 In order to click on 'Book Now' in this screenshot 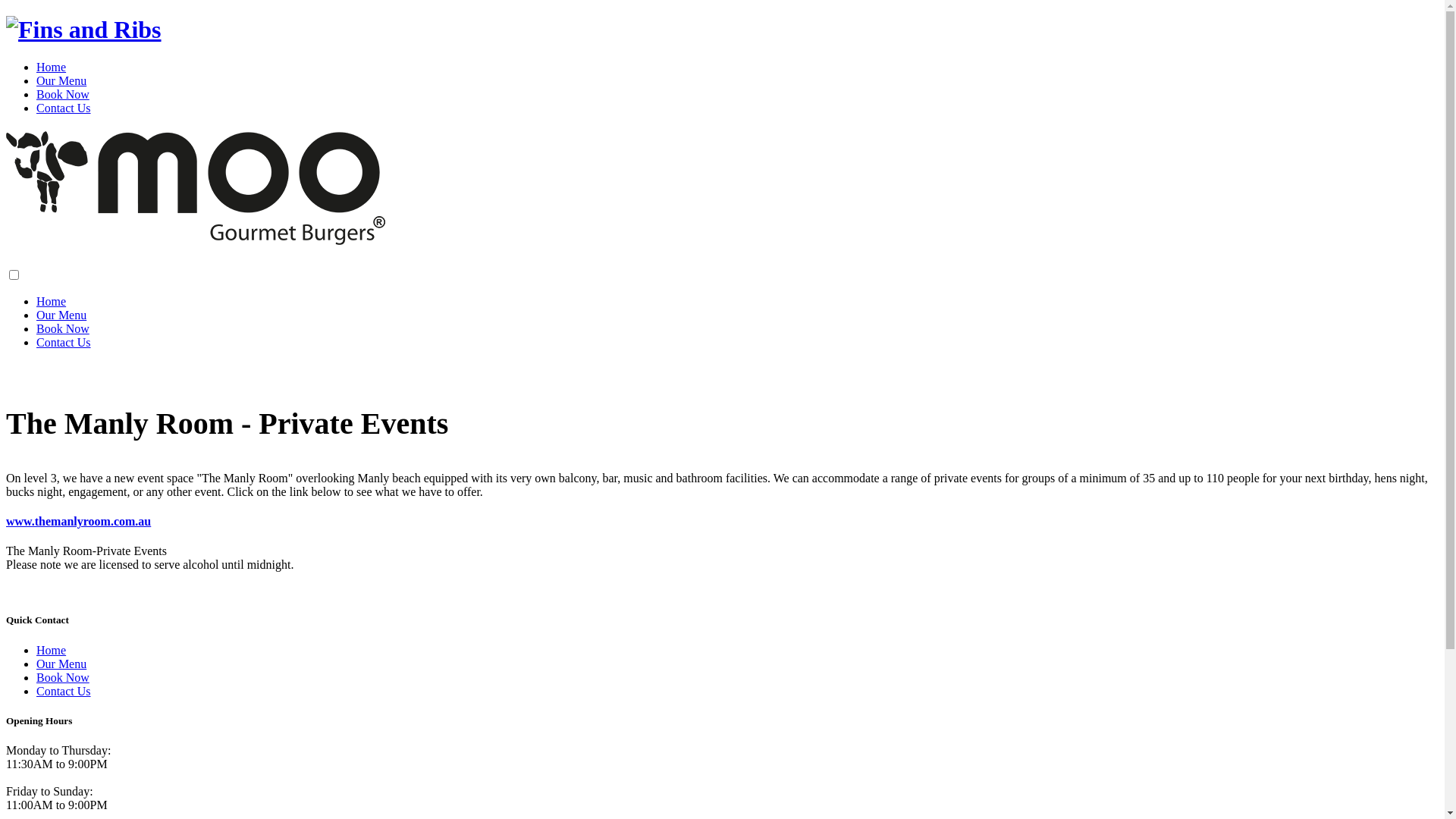, I will do `click(61, 676)`.